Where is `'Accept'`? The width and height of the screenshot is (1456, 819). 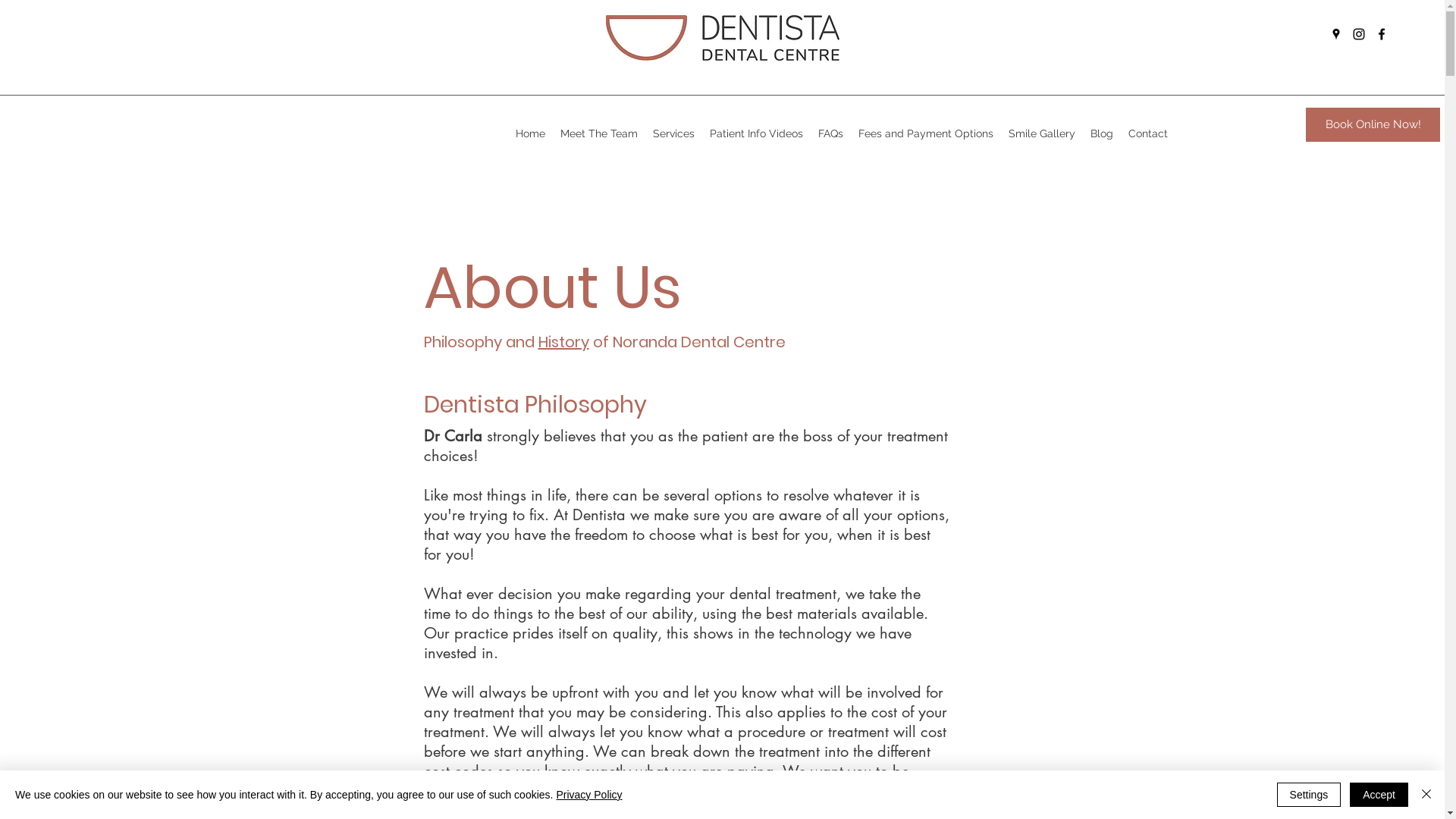
'Accept' is located at coordinates (1379, 794).